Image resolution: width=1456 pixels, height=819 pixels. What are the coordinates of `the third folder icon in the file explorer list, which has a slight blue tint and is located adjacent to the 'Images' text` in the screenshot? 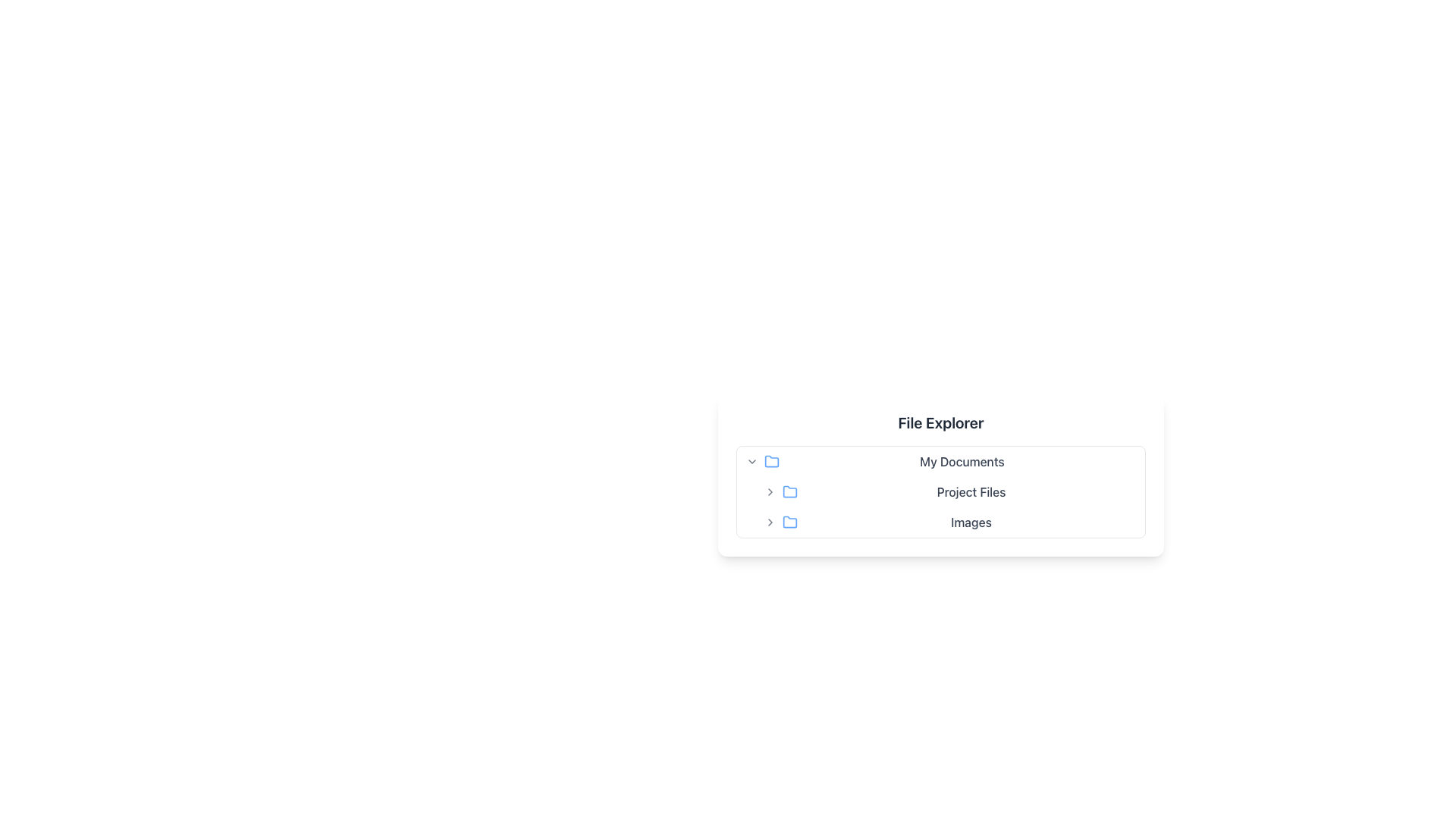 It's located at (789, 520).